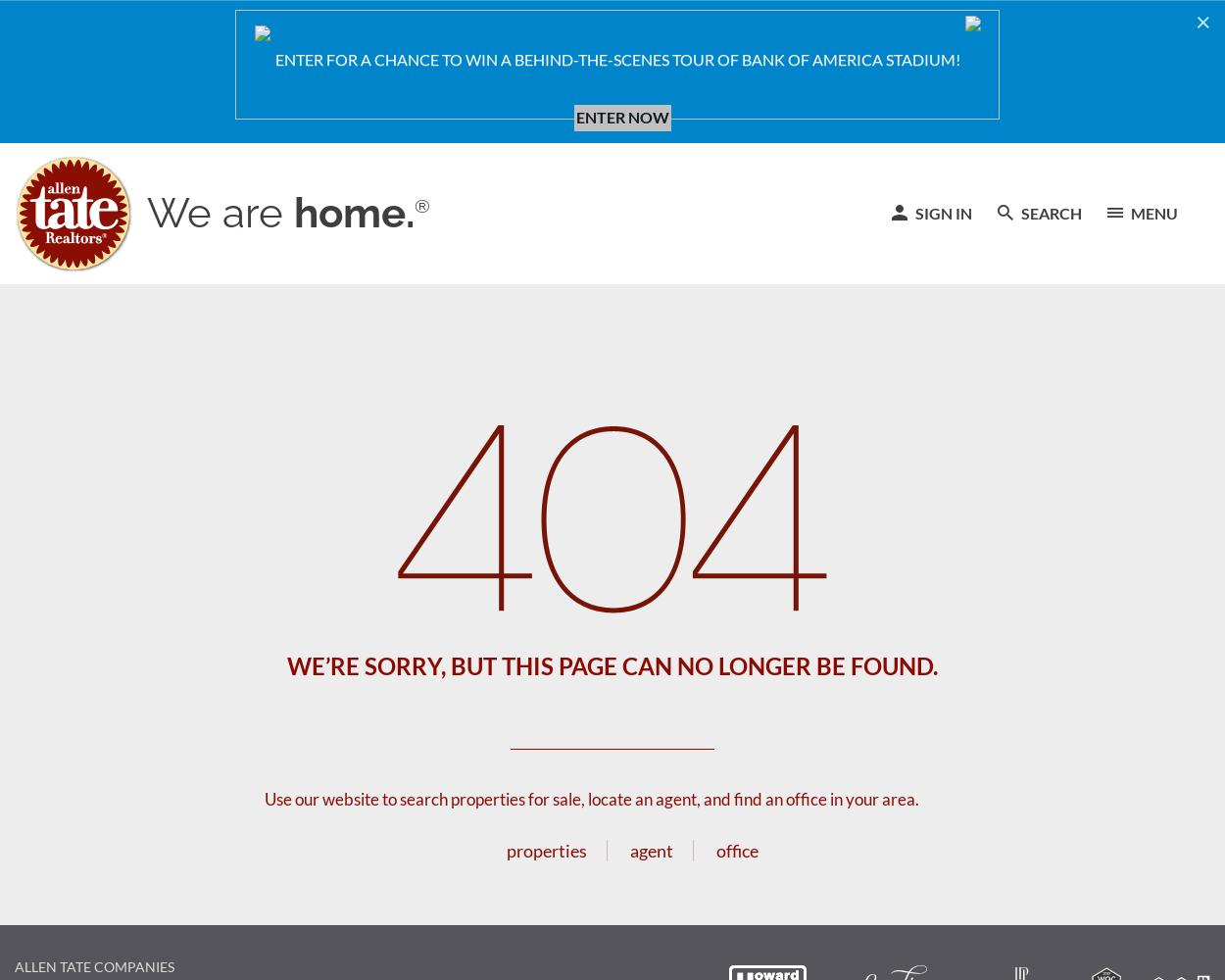  What do you see at coordinates (912, 211) in the screenshot?
I see `'Sign In'` at bounding box center [912, 211].